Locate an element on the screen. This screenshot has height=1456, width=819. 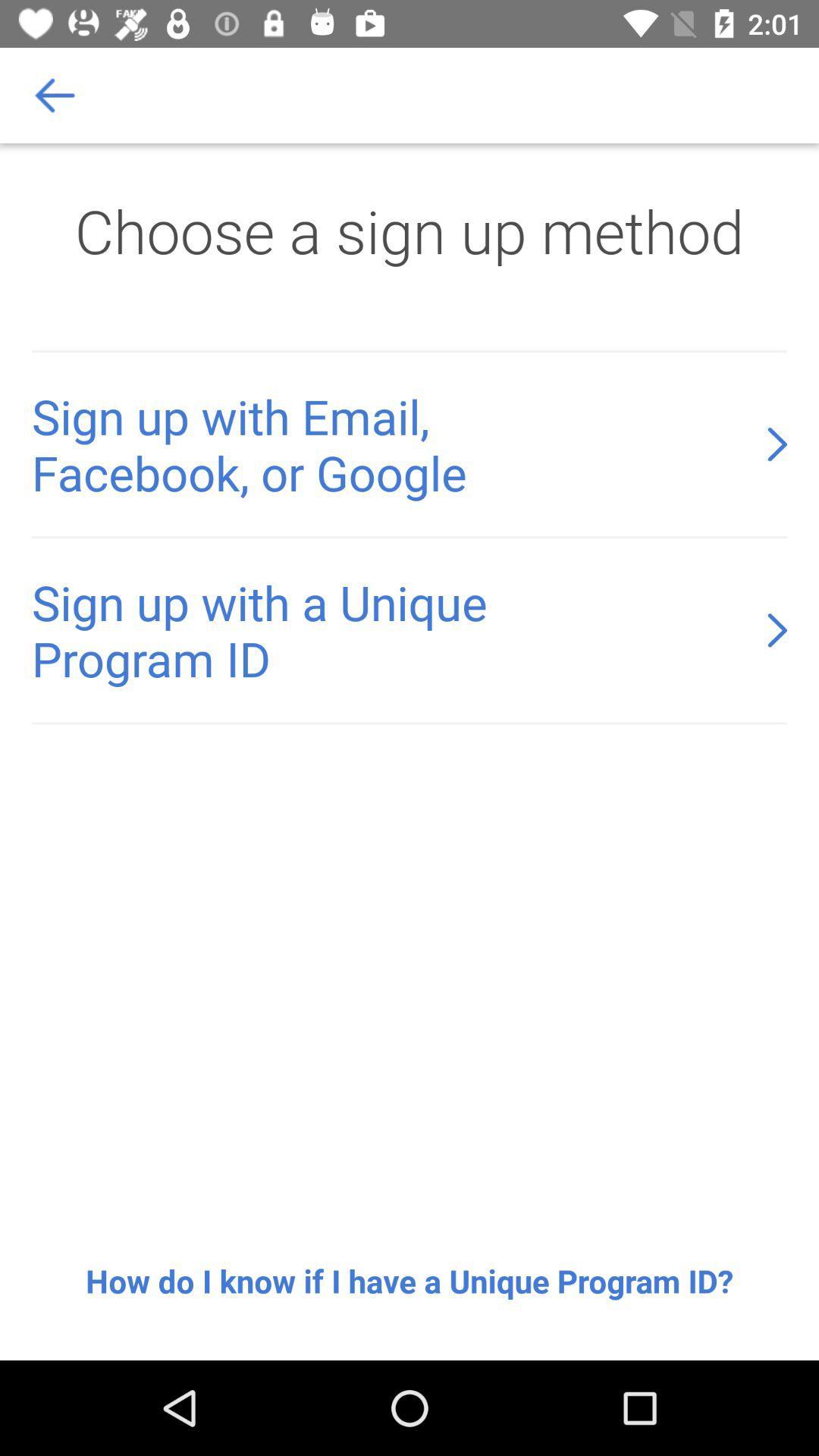
the icon above choose a sign item is located at coordinates (55, 94).